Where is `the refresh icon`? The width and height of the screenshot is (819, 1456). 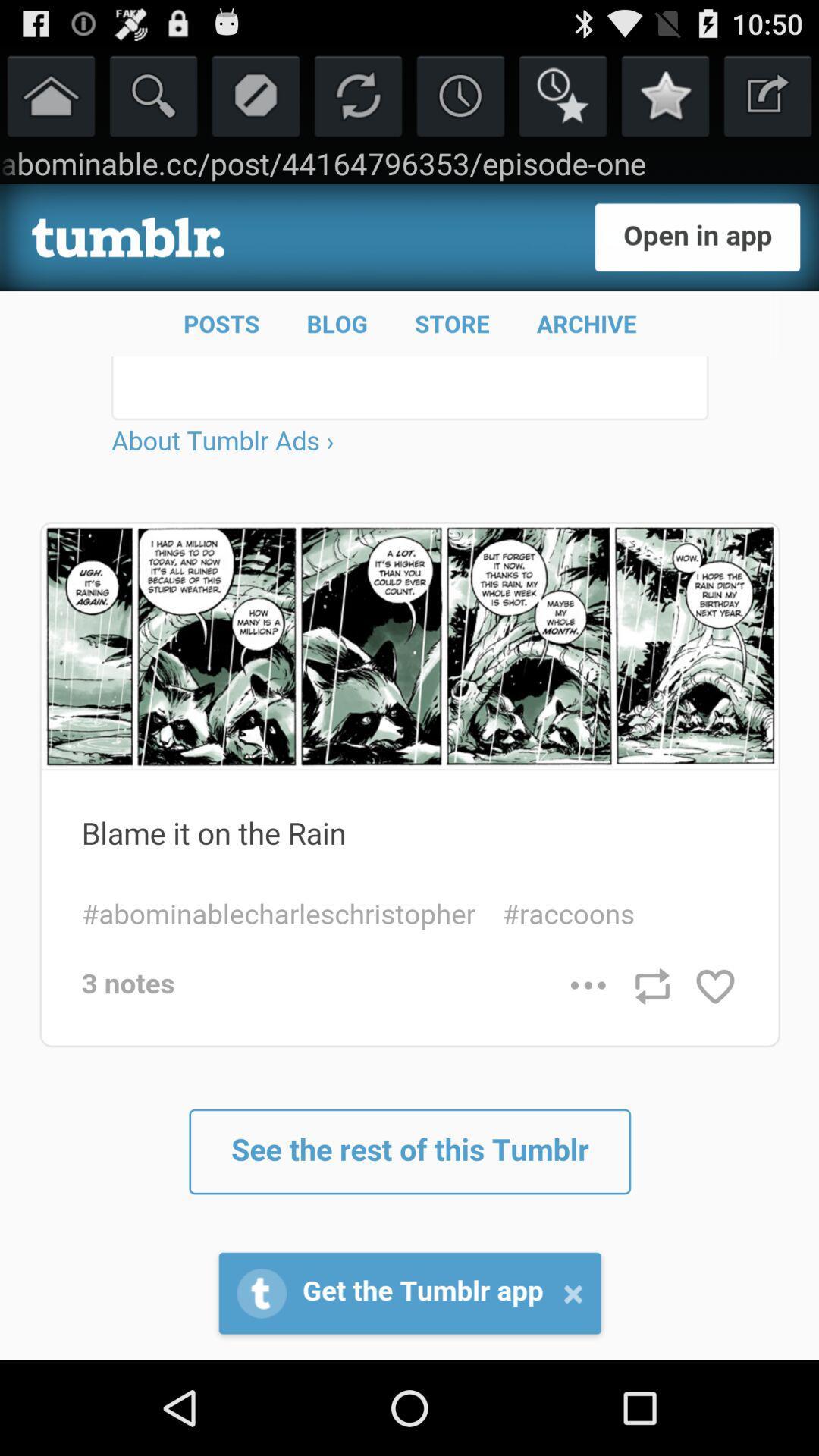 the refresh icon is located at coordinates (358, 101).